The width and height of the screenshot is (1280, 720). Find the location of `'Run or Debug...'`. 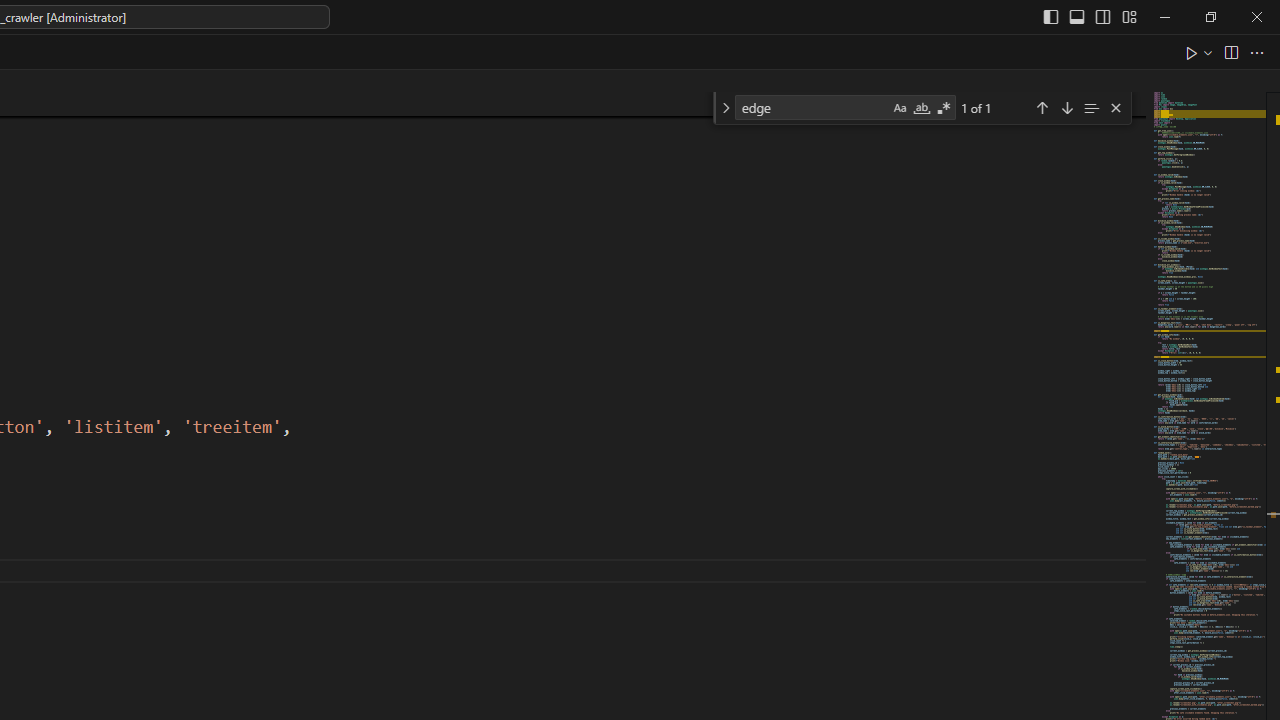

'Run or Debug...' is located at coordinates (1207, 51).